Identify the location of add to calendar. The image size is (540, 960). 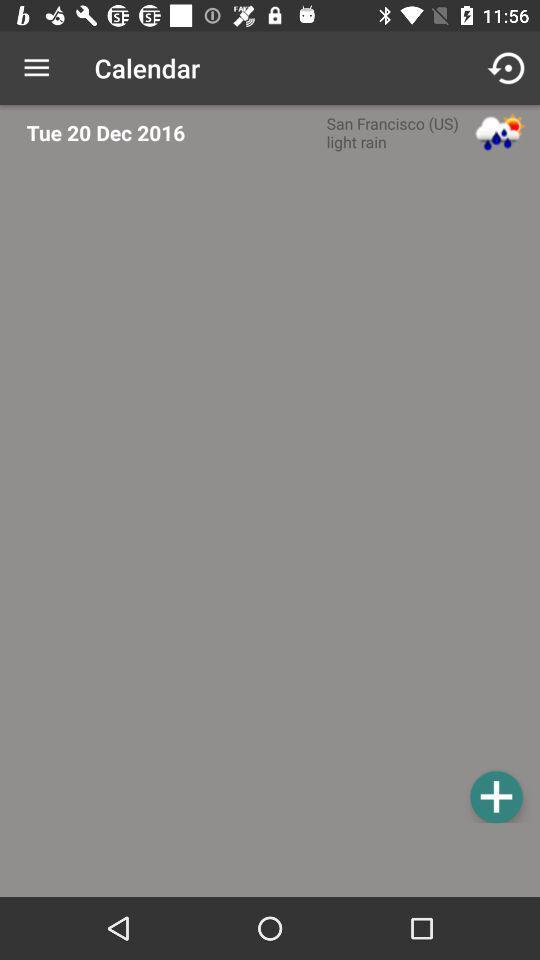
(495, 796).